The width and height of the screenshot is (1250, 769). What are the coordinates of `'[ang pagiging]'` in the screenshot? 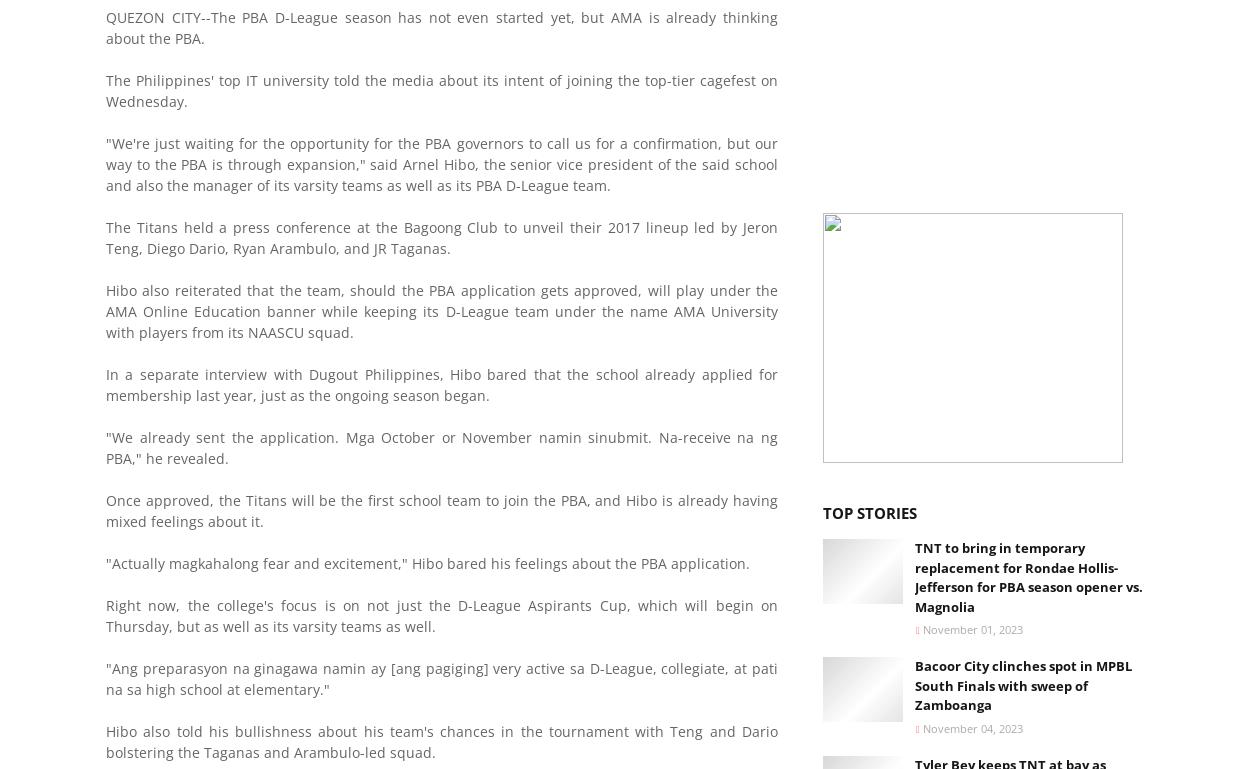 It's located at (438, 666).